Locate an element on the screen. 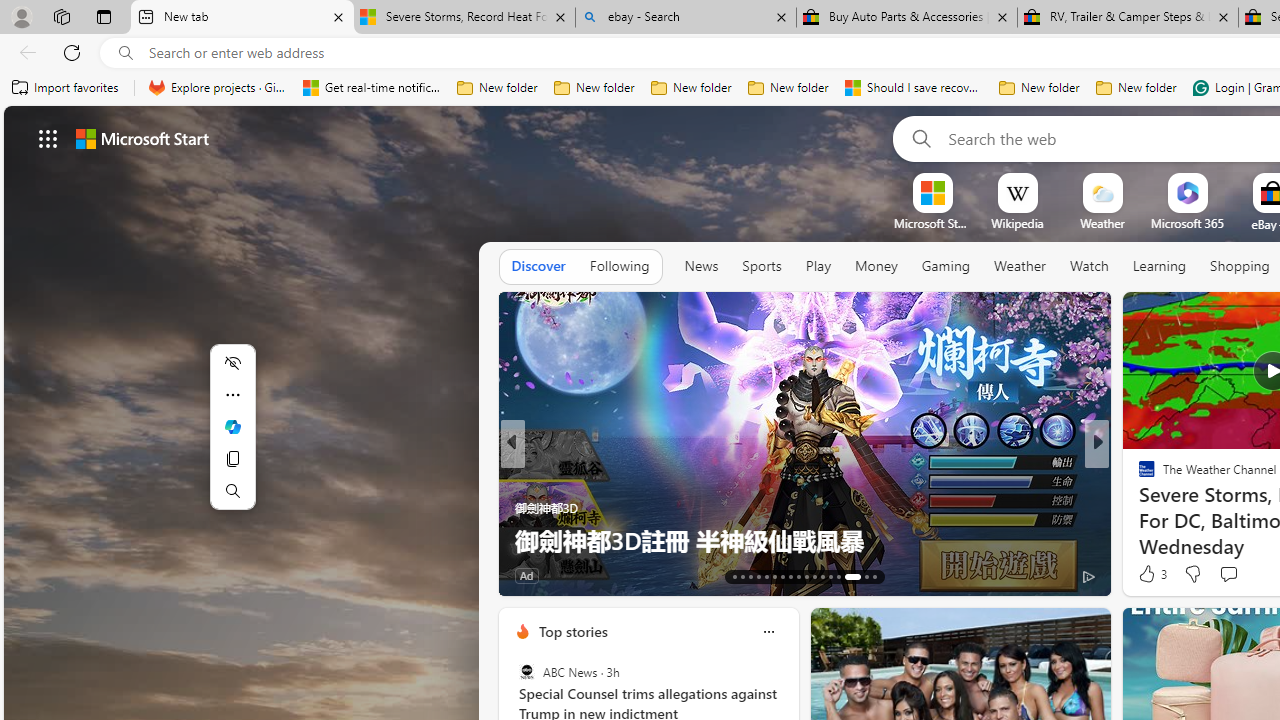 This screenshot has height=720, width=1280. 'AutomationID: tab-16' is located at coordinates (757, 577).